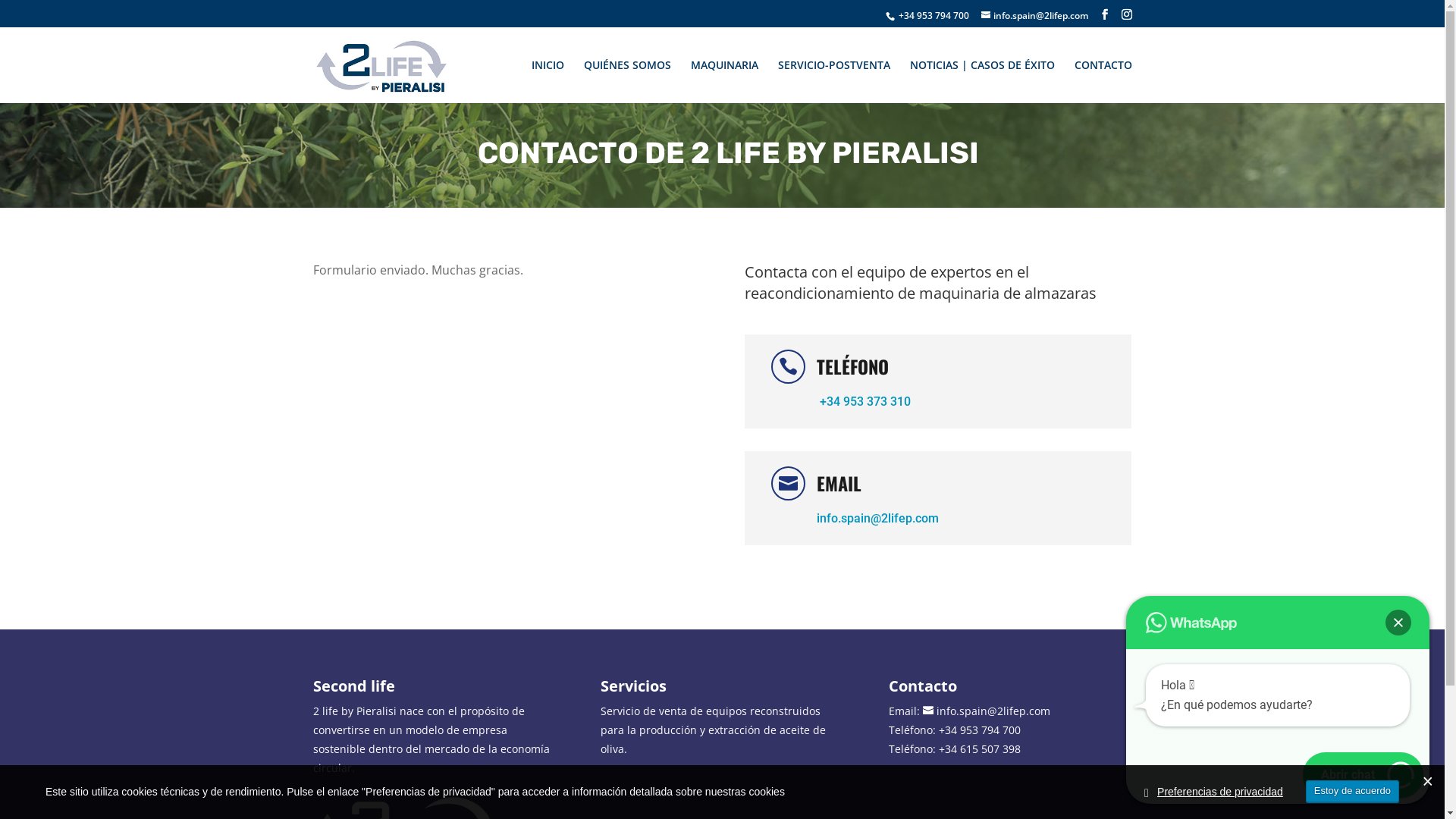 The height and width of the screenshot is (819, 1456). Describe the element at coordinates (833, 77) in the screenshot. I see `'SERVICIO-POSTVENTA'` at that location.